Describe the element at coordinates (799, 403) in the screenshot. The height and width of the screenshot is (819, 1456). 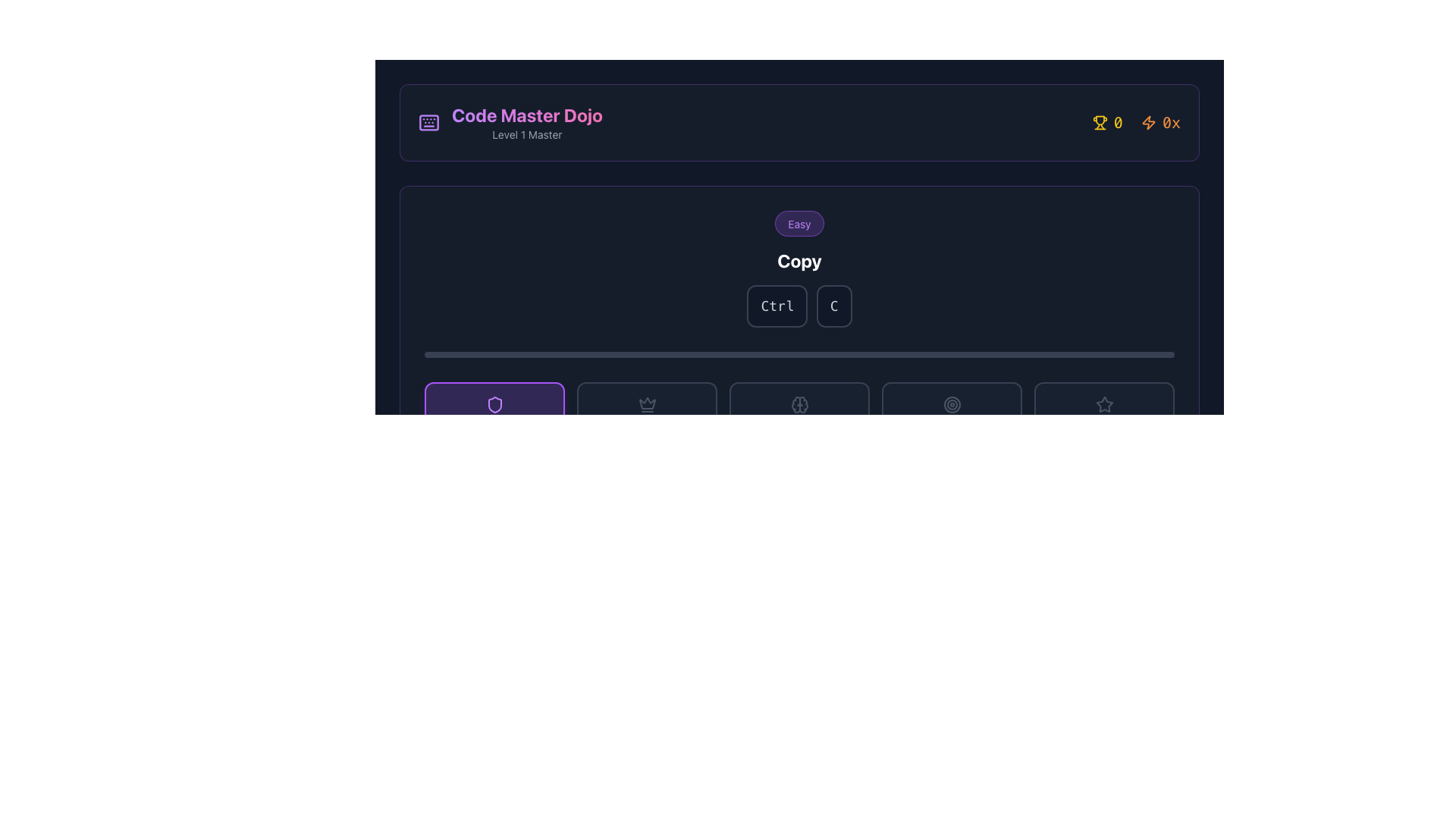
I see `the brain icon button, which is the fourth element in a row of five, featuring a simplified graphic design on a semi-transparent dark gray background` at that location.